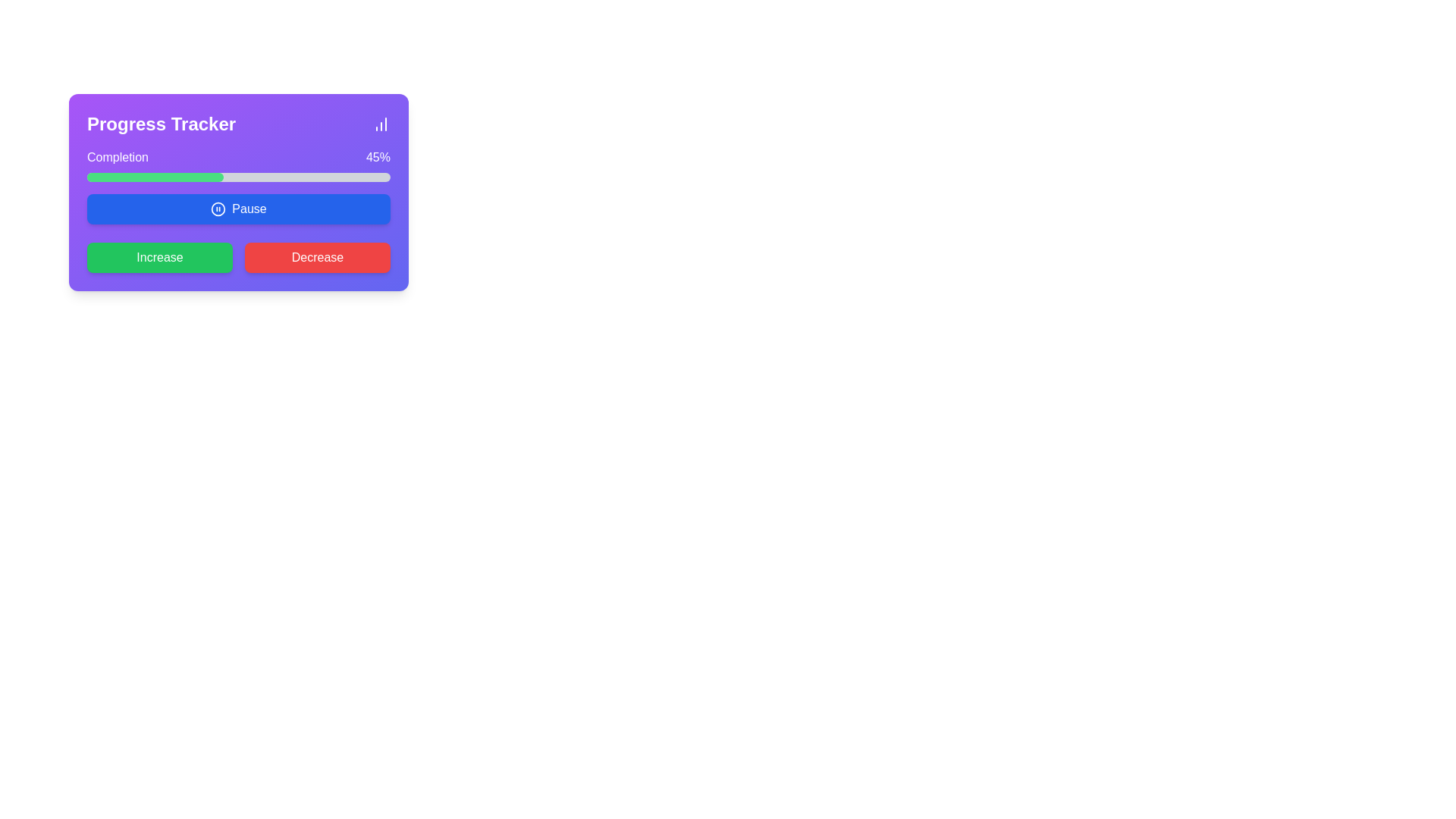 The image size is (1456, 819). What do you see at coordinates (238, 256) in the screenshot?
I see `the 'Increase' button in the button group located below the 'Pause' button to increment the value` at bounding box center [238, 256].